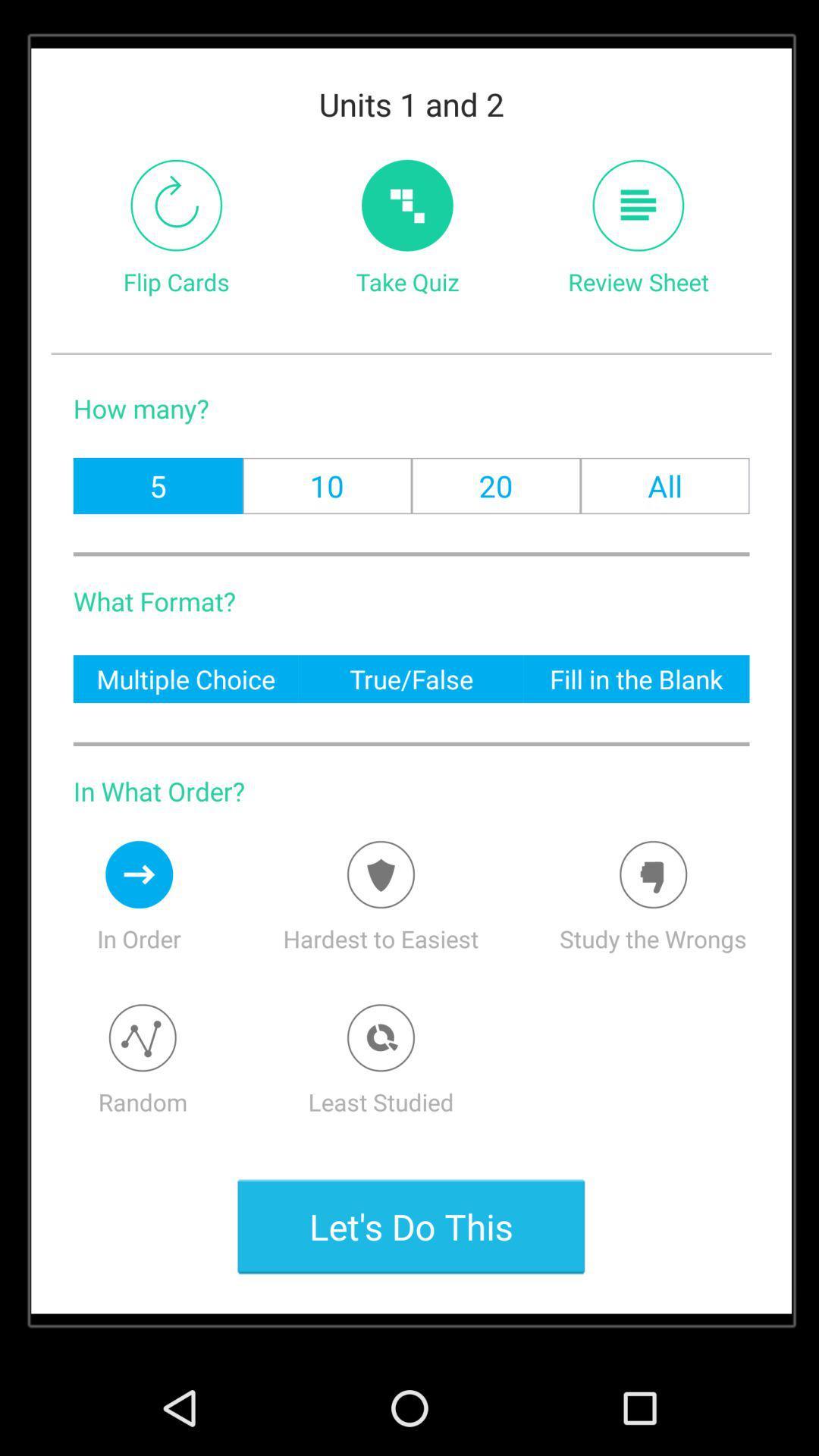  What do you see at coordinates (496, 485) in the screenshot?
I see `20 icon` at bounding box center [496, 485].